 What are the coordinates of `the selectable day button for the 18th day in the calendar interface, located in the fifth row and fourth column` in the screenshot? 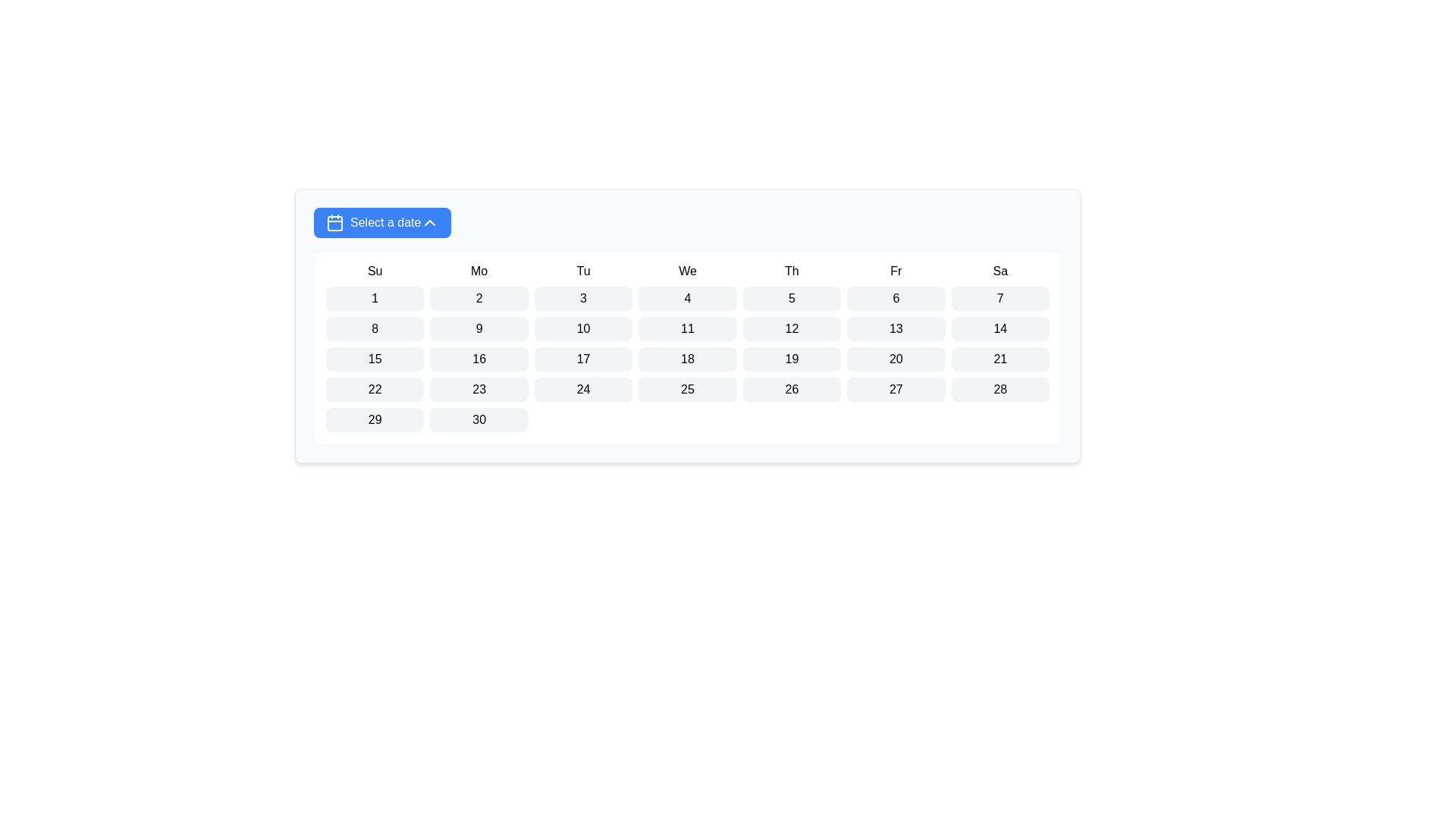 It's located at (687, 359).